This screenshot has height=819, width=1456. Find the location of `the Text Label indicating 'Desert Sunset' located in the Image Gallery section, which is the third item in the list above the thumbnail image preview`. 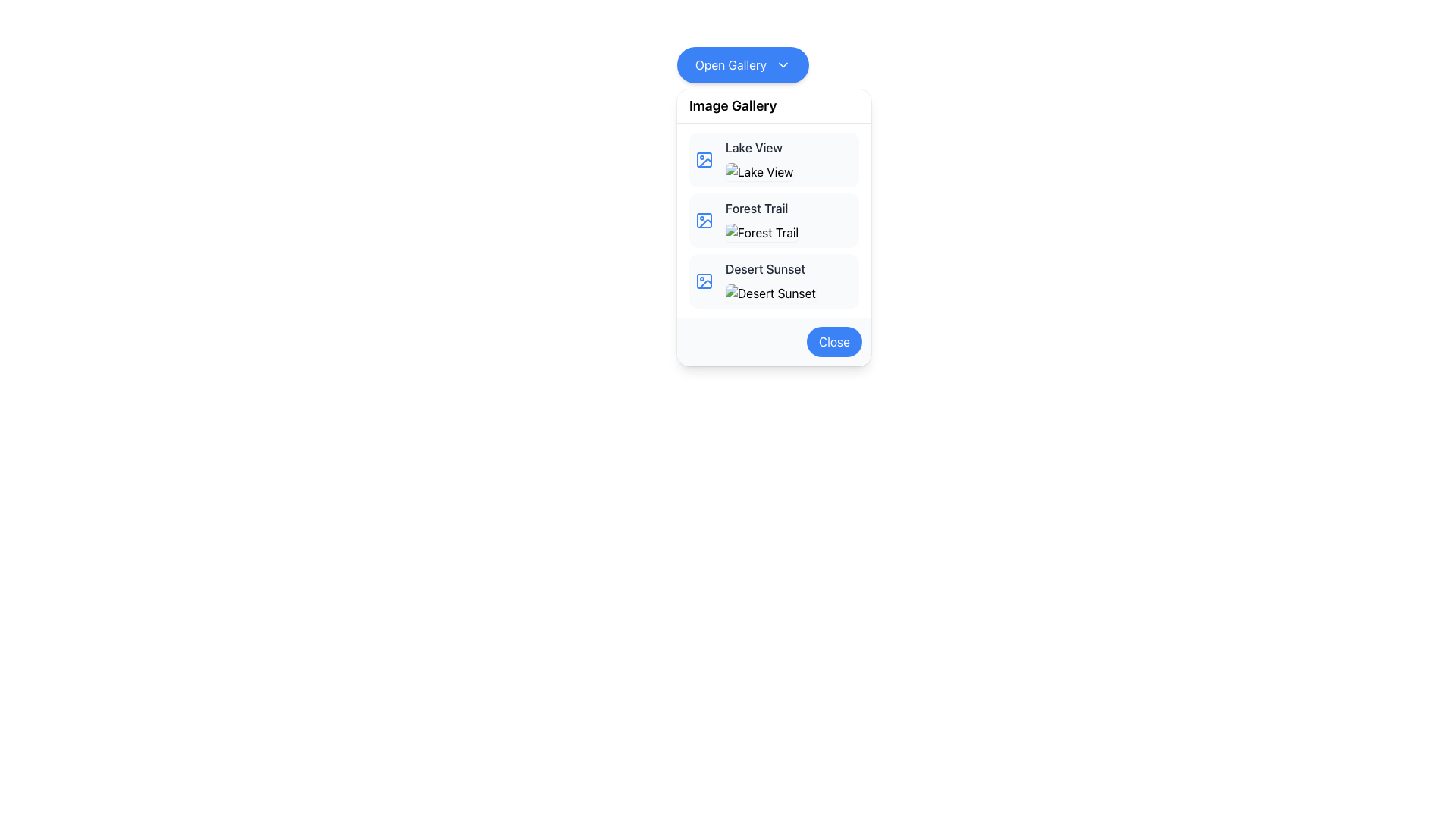

the Text Label indicating 'Desert Sunset' located in the Image Gallery section, which is the third item in the list above the thumbnail image preview is located at coordinates (770, 268).